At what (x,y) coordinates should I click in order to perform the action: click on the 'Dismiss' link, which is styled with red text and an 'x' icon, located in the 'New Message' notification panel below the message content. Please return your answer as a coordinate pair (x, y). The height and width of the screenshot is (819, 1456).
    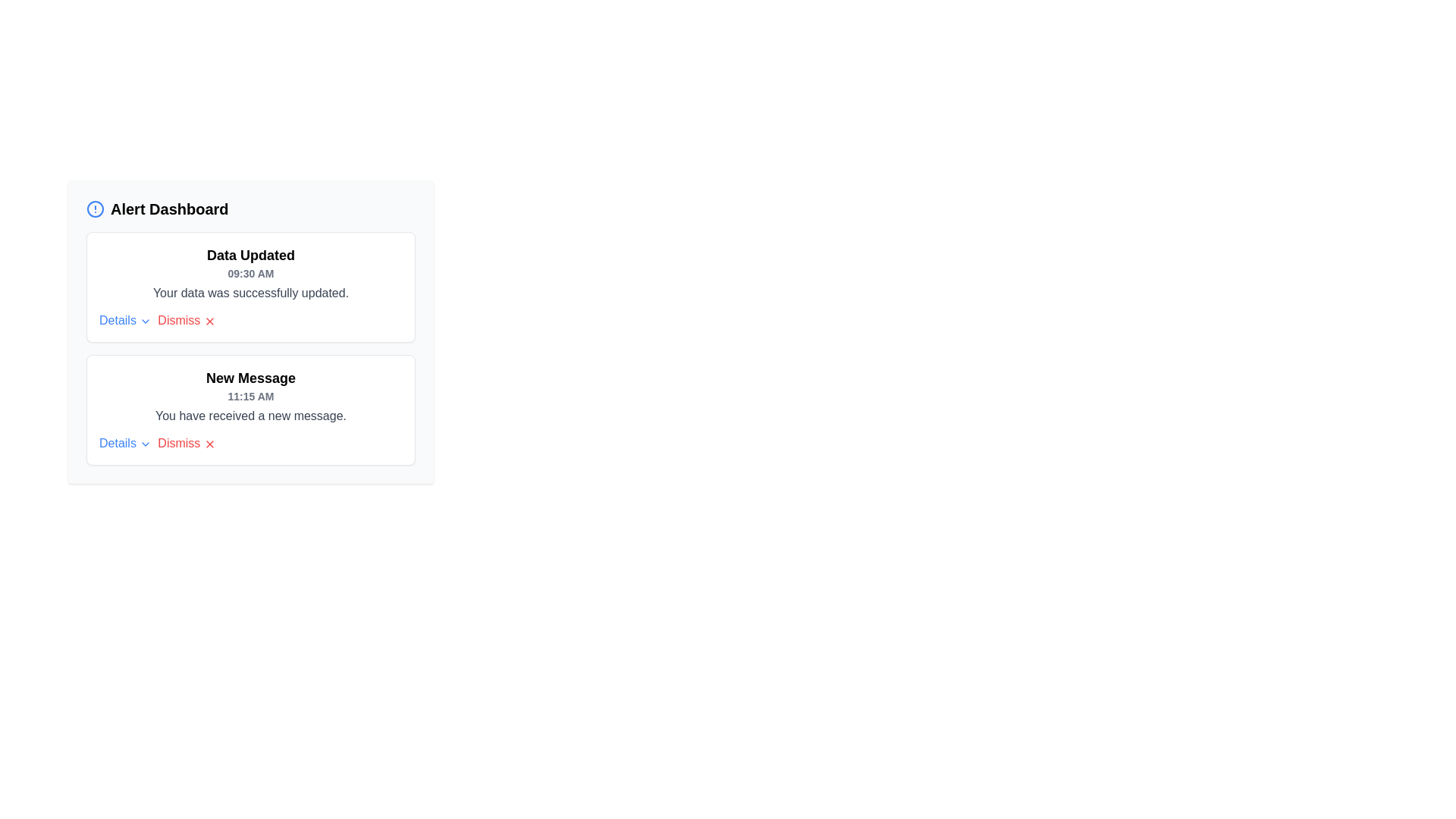
    Looking at the image, I should click on (251, 444).